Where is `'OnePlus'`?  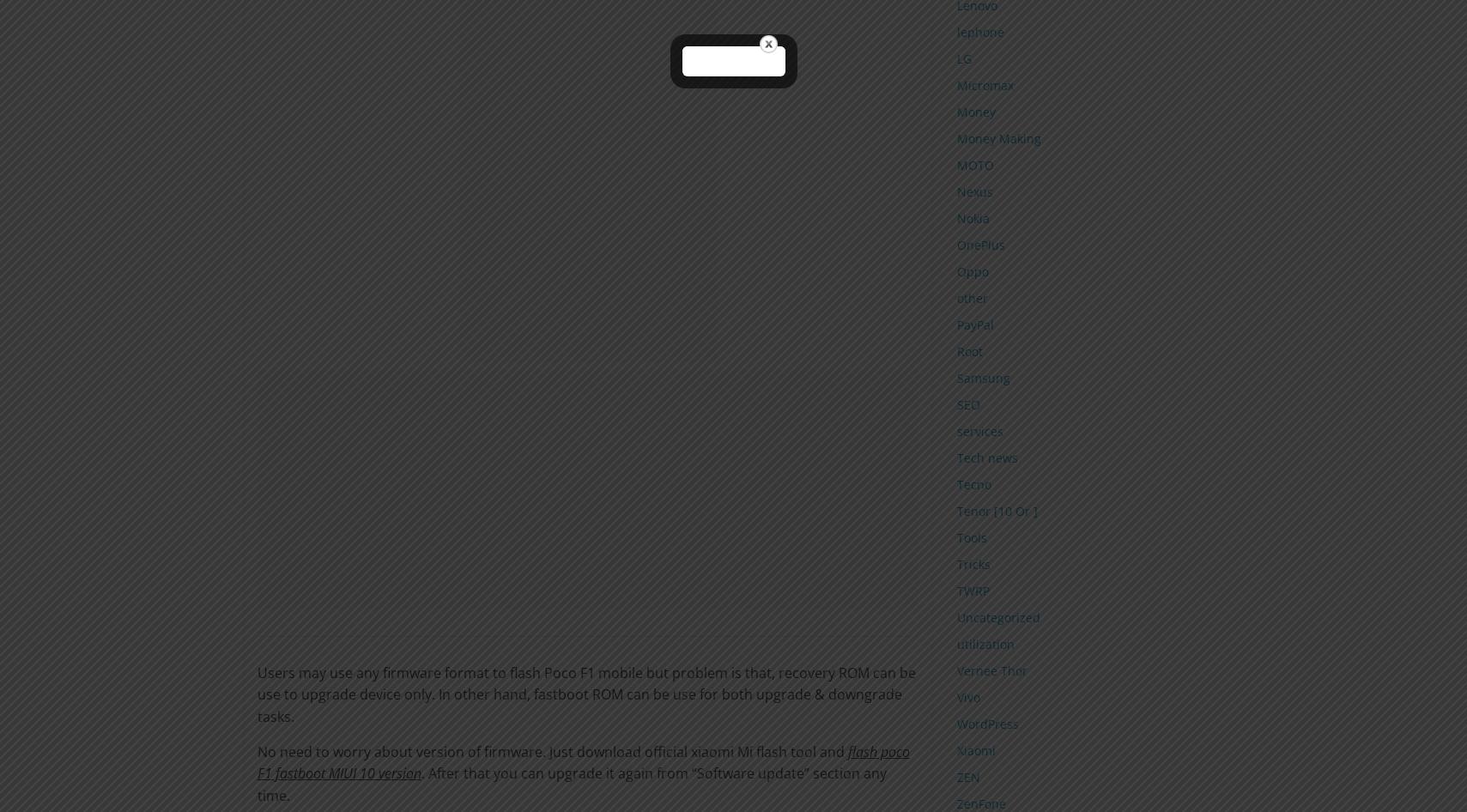
'OnePlus' is located at coordinates (979, 243).